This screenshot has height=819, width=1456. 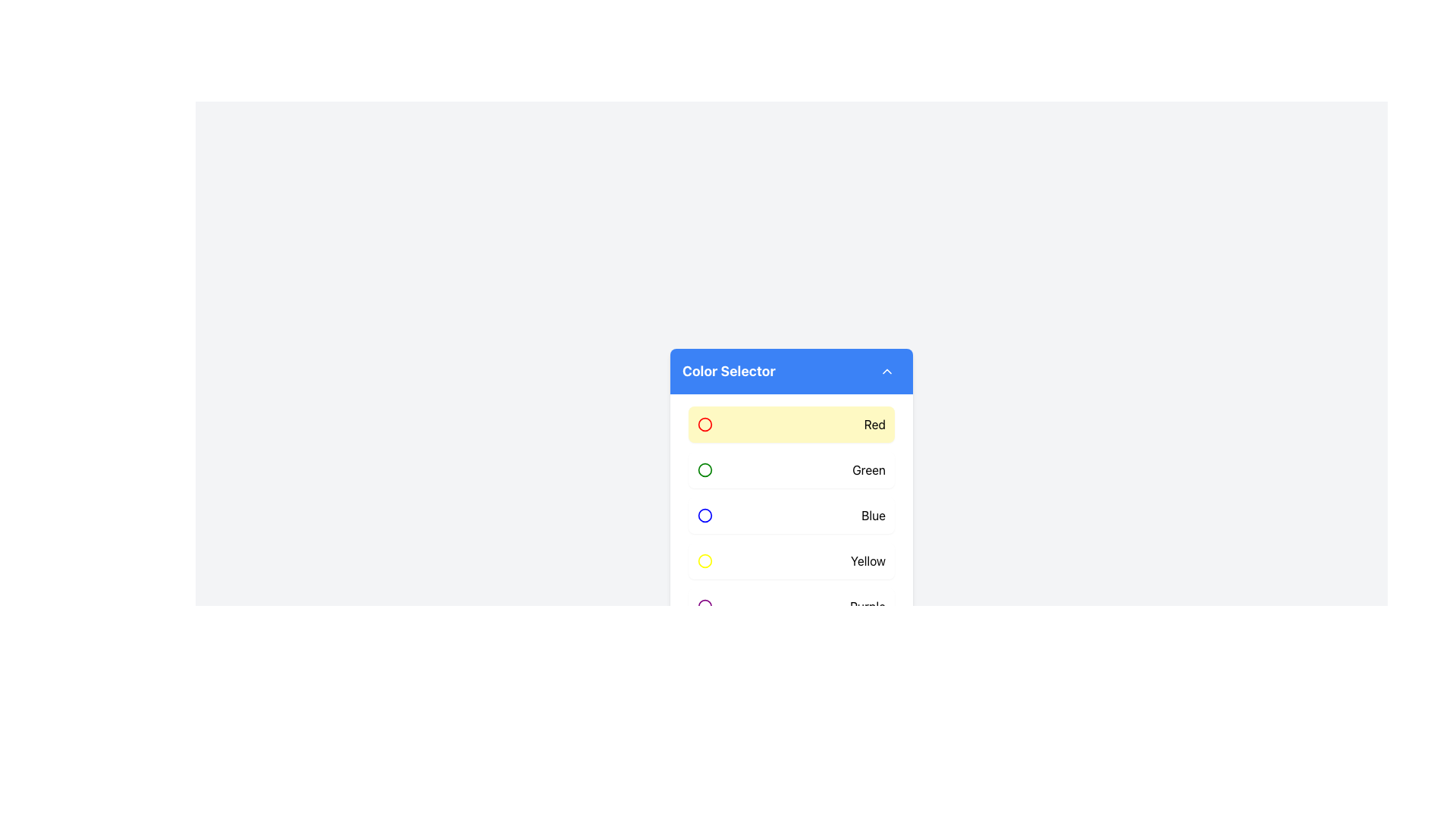 I want to click on the yellow color icon in the fourth row of the dropdown color selector, so click(x=704, y=561).